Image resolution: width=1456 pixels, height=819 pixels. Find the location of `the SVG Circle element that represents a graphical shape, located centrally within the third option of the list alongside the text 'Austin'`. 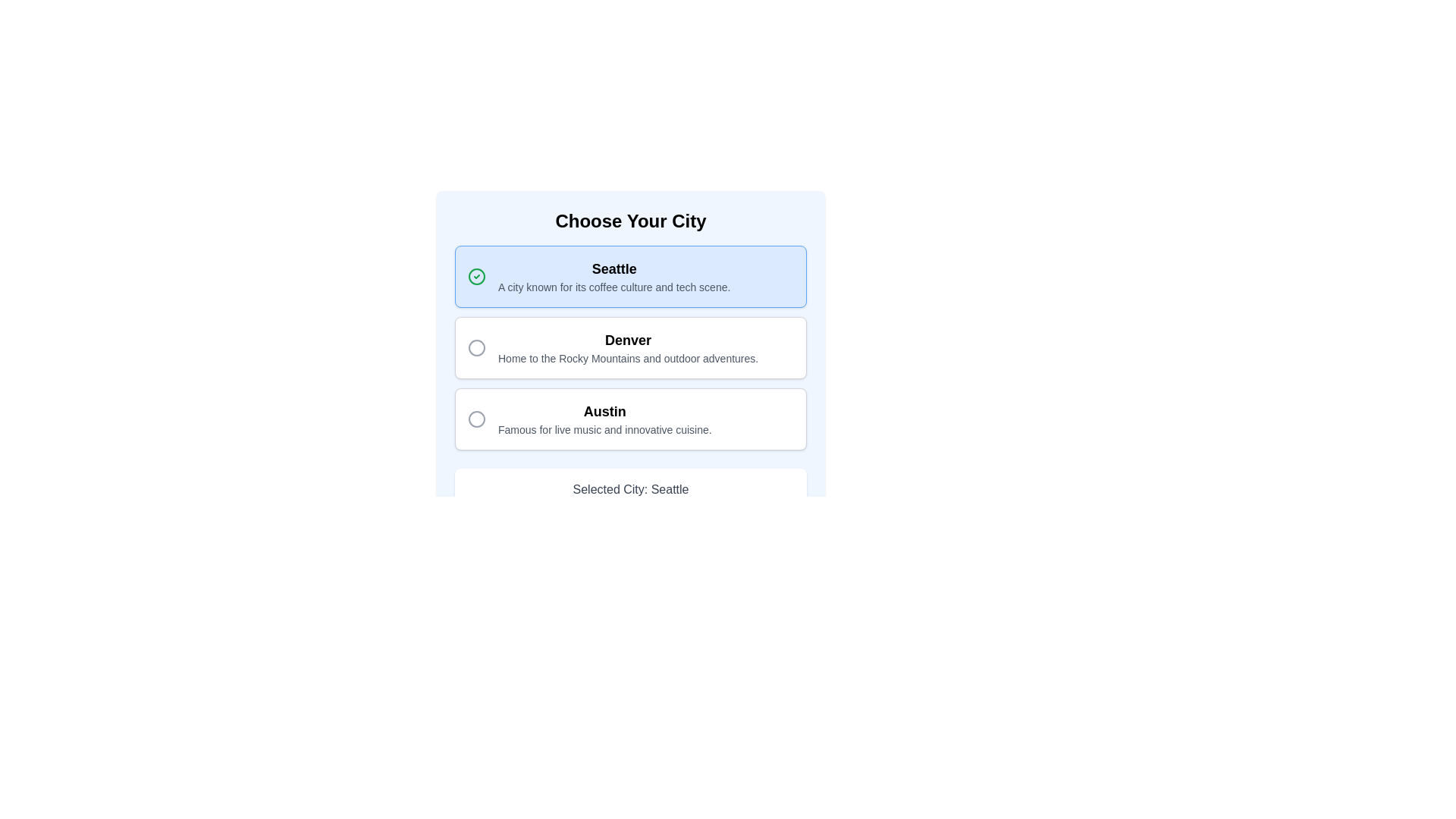

the SVG Circle element that represents a graphical shape, located centrally within the third option of the list alongside the text 'Austin' is located at coordinates (475, 419).